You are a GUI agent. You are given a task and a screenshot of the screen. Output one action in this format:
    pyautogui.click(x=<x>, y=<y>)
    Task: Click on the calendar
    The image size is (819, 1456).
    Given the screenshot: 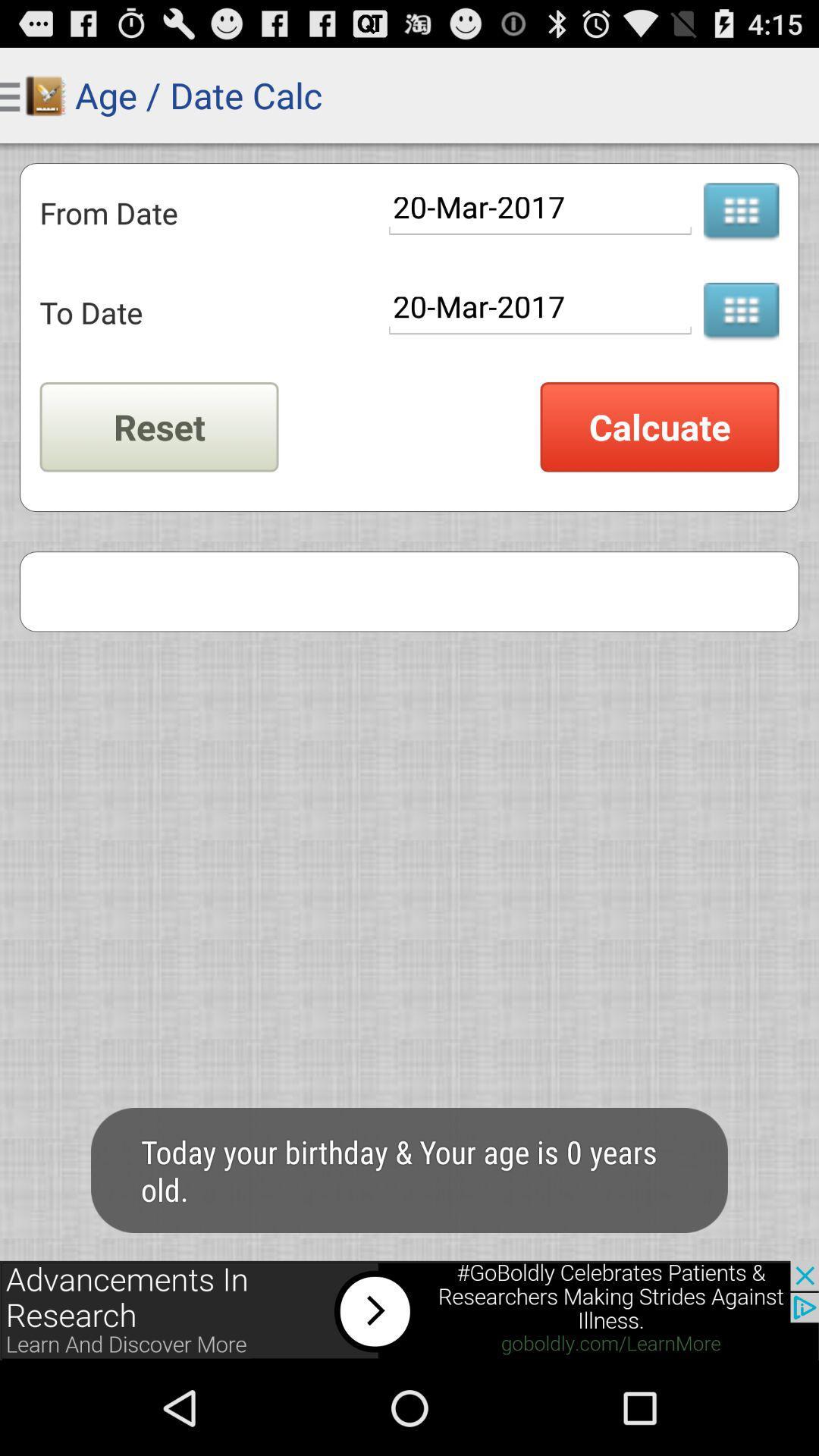 What is the action you would take?
    pyautogui.click(x=740, y=212)
    